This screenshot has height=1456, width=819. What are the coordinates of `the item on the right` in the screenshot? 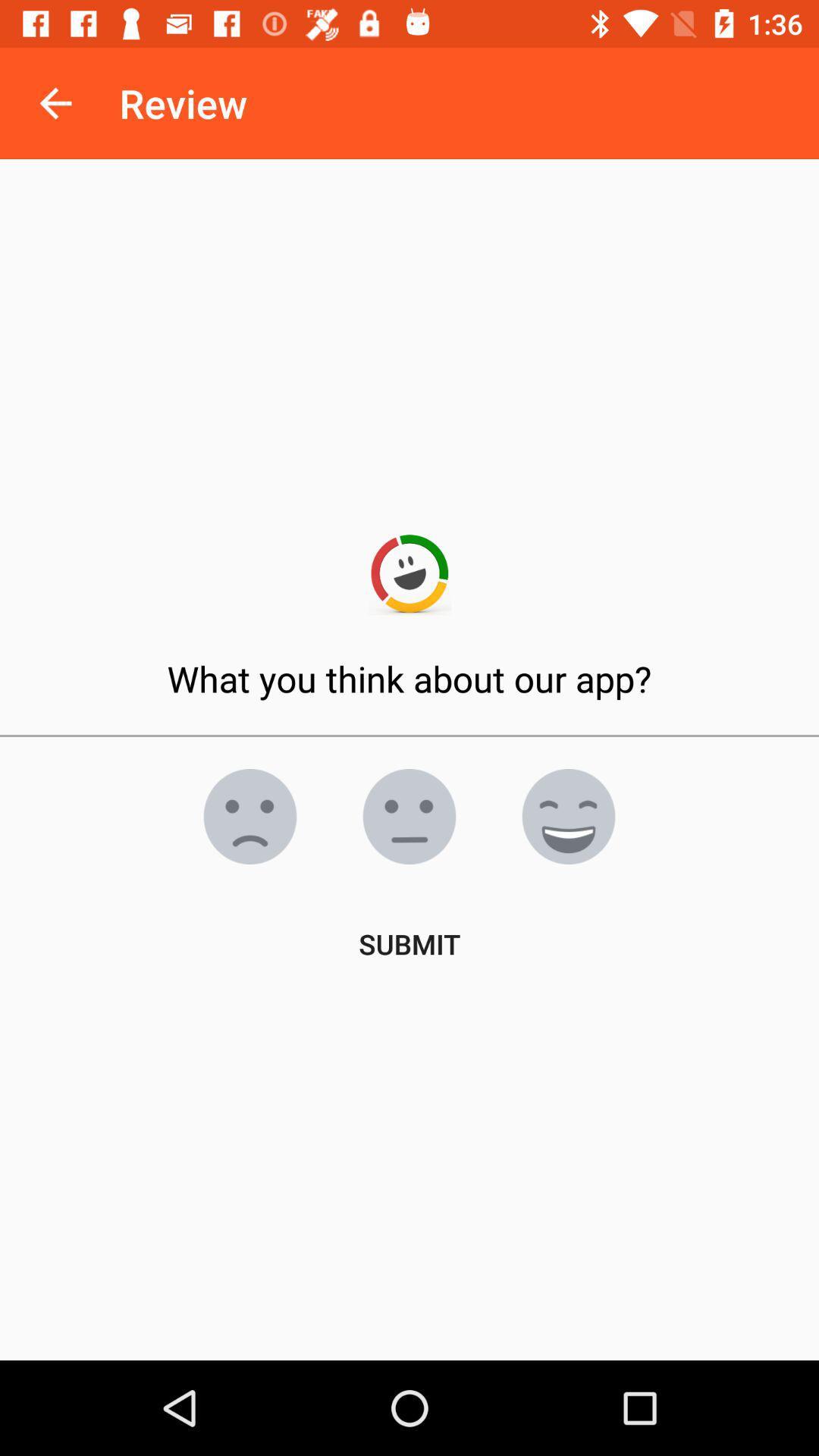 It's located at (568, 815).